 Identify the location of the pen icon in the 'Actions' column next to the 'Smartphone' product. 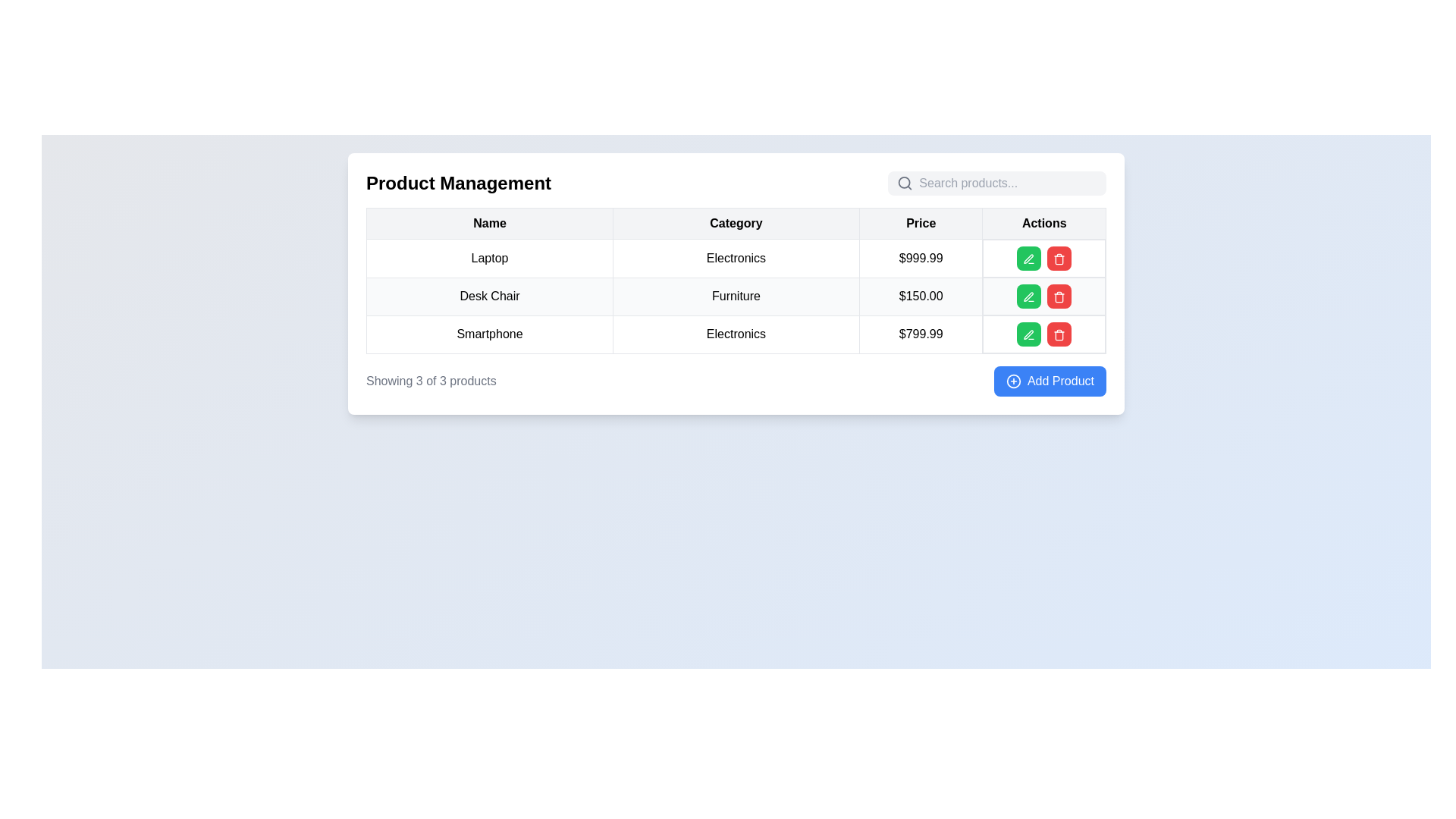
(1028, 334).